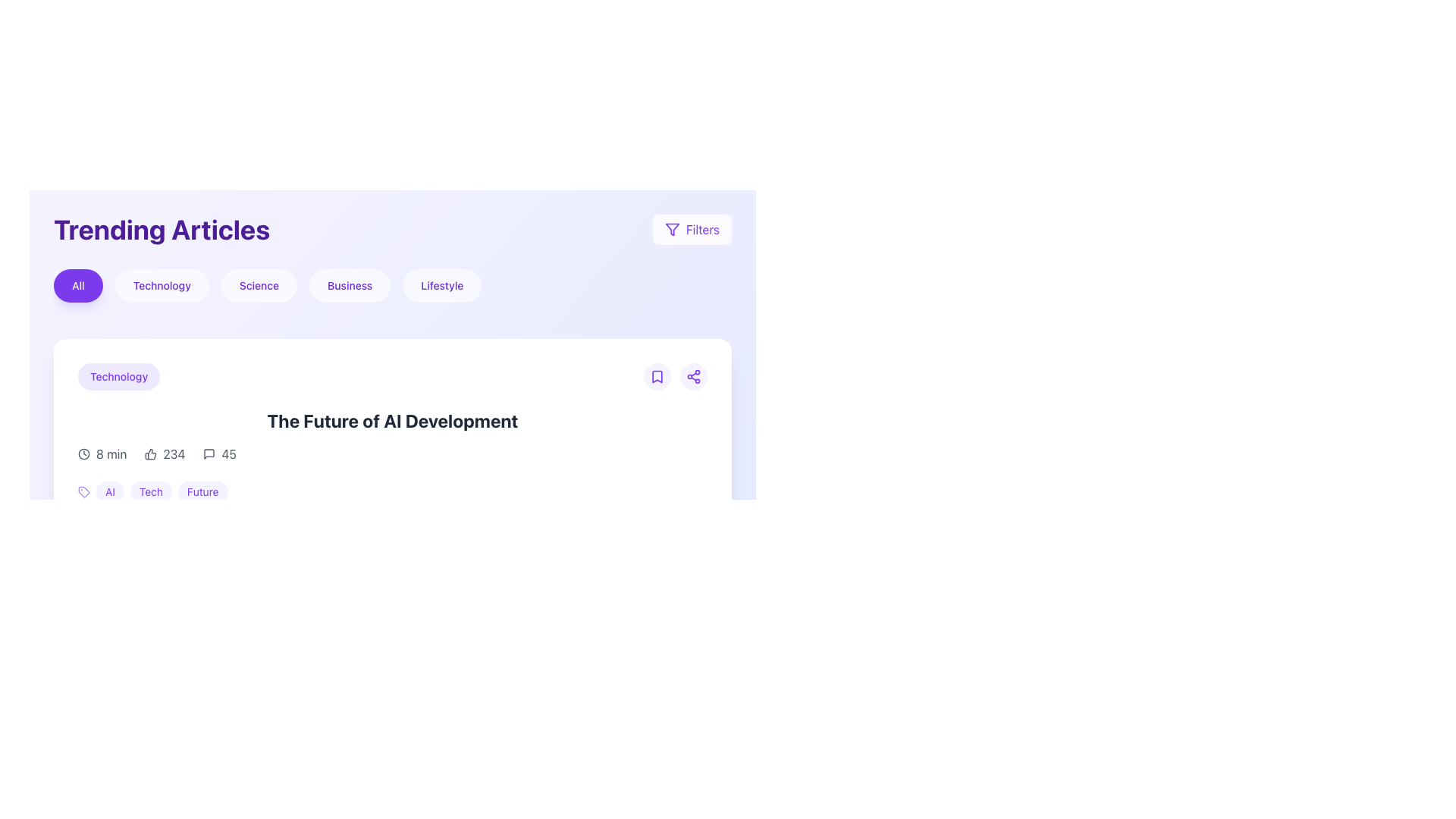 This screenshot has width=1456, height=819. I want to click on the circular graphical element which is part of the clock icon located at the center of the clock's base, situated in the lower left area of a card displaying an article preview, so click(83, 666).